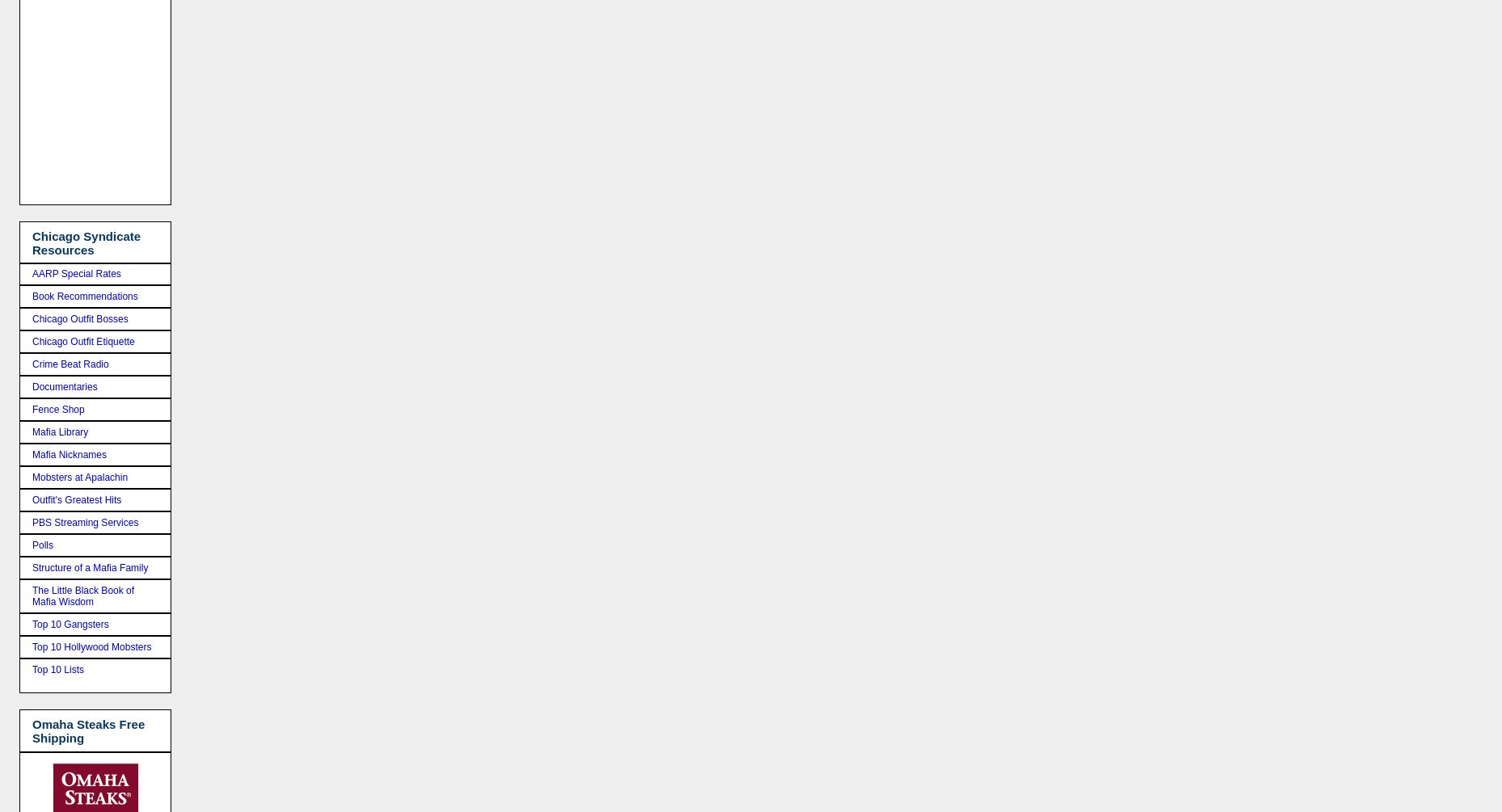 The image size is (1502, 812). I want to click on 'Mafia Library', so click(59, 431).